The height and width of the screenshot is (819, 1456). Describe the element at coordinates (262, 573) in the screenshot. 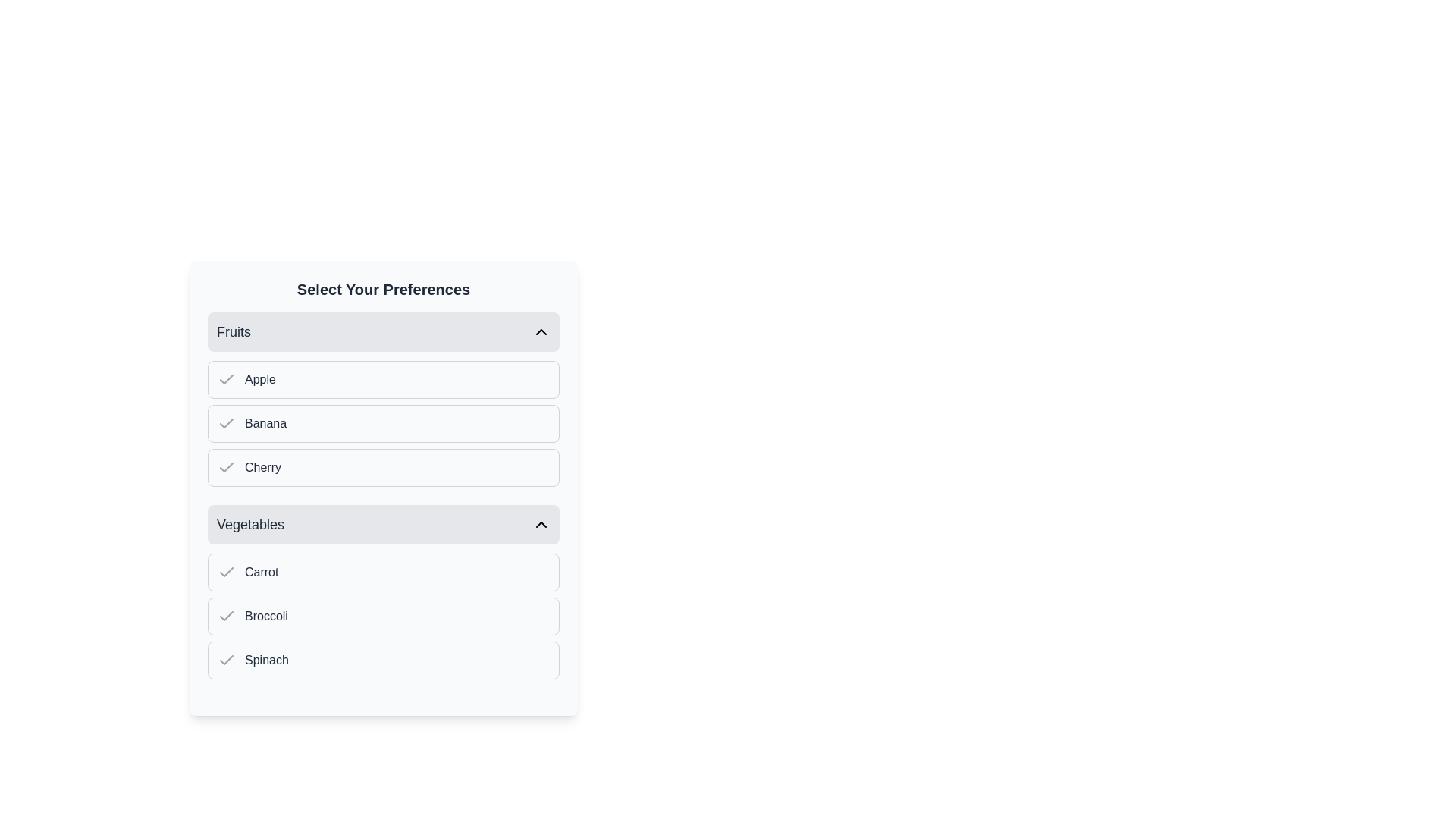

I see `the text content of the 'Carrot' label, which is styled with medium font weight and gray color, located in the 'Vegetables' section of the interface` at that location.